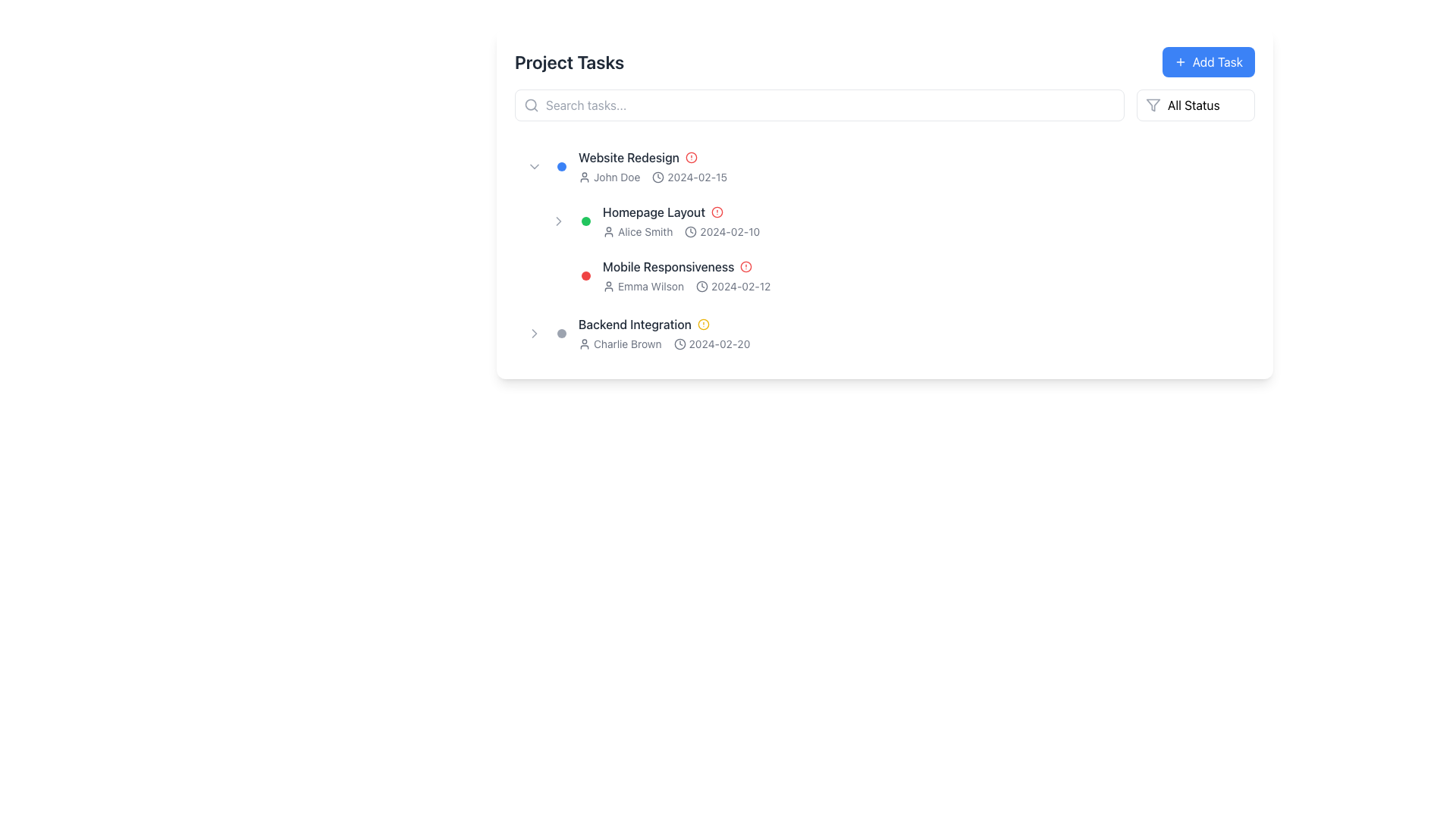 This screenshot has width=1456, height=819. What do you see at coordinates (719, 344) in the screenshot?
I see `the static text label displaying the due date '2024-02-20' for the 'Backend Integration' task, located to the far right of the task entry line` at bounding box center [719, 344].